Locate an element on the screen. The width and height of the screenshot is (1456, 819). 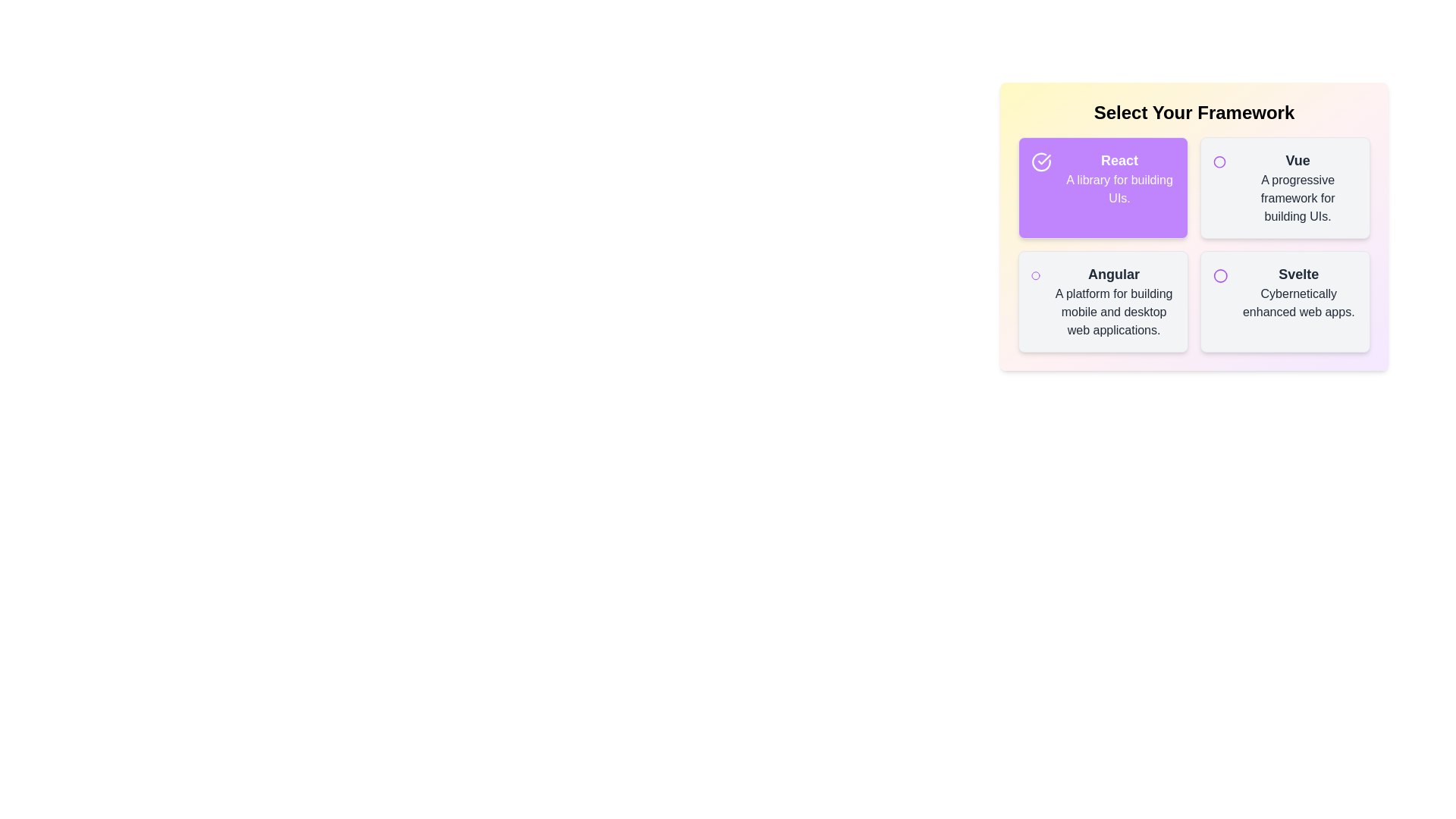
the item labeled React to toggle its selection state is located at coordinates (1103, 187).